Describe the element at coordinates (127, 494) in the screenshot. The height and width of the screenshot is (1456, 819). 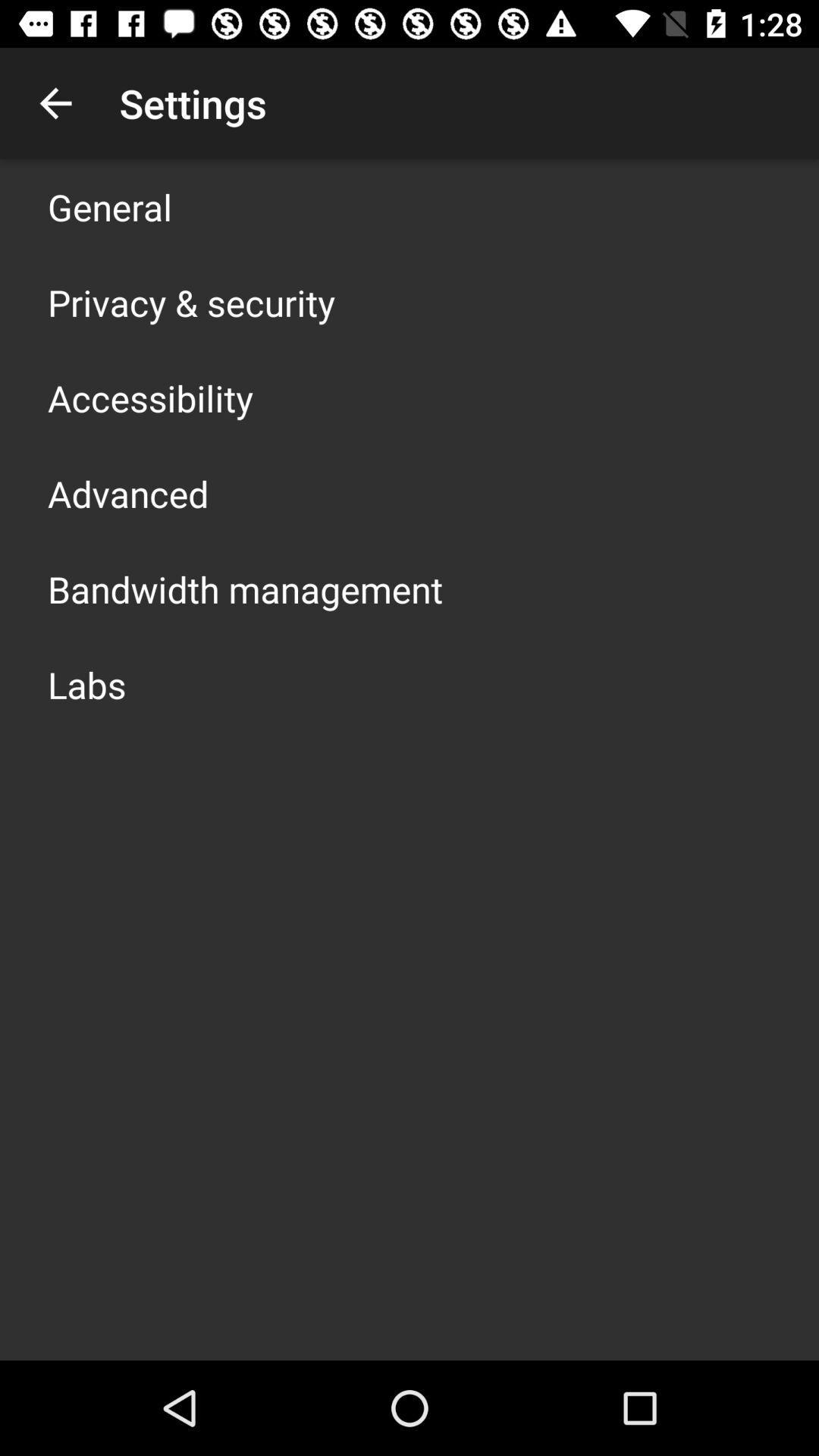
I see `item above bandwidth management icon` at that location.